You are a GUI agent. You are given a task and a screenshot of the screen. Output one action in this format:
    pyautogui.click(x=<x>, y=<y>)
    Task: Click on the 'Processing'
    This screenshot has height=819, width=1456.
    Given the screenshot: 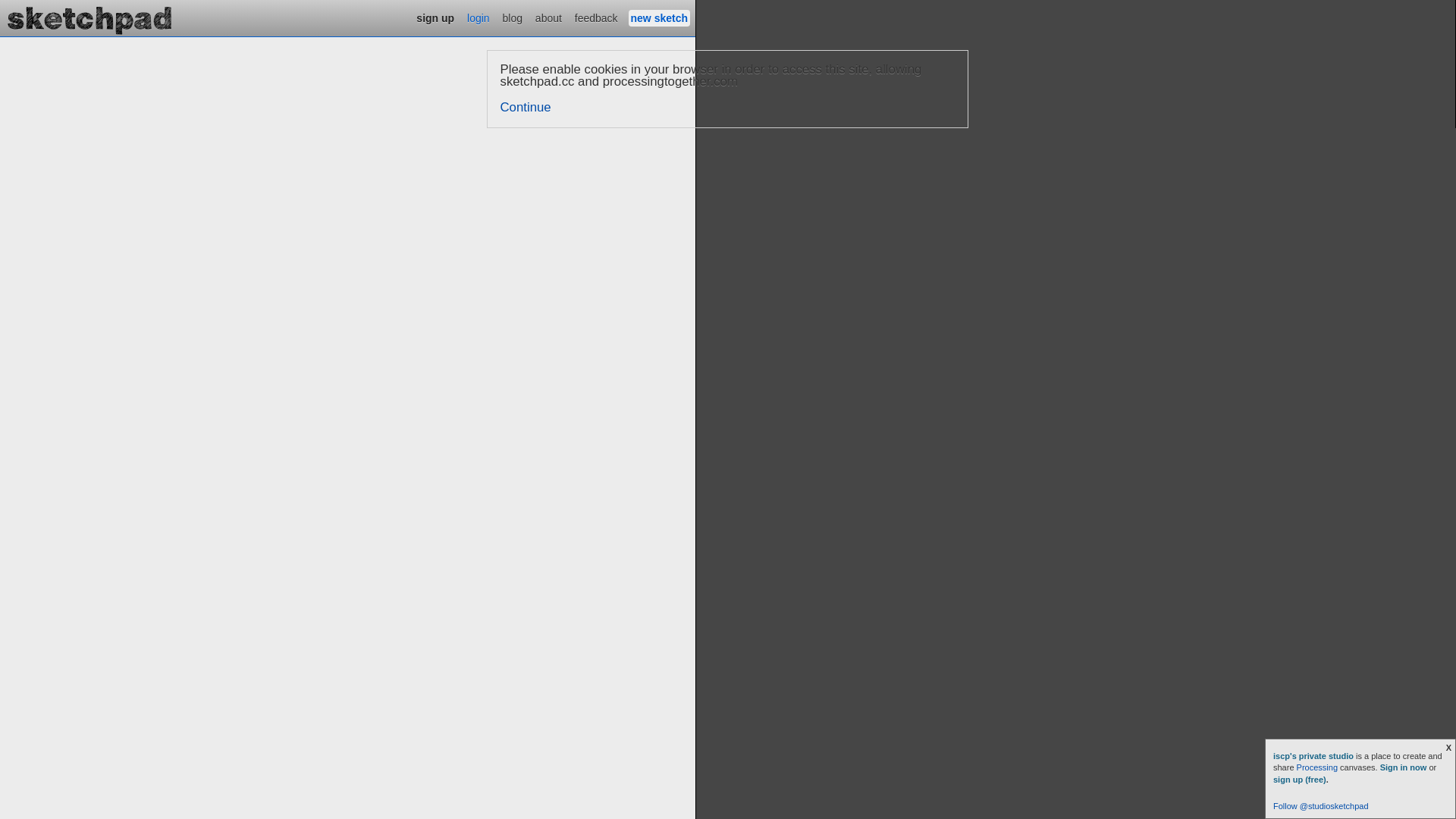 What is the action you would take?
    pyautogui.click(x=1295, y=767)
    